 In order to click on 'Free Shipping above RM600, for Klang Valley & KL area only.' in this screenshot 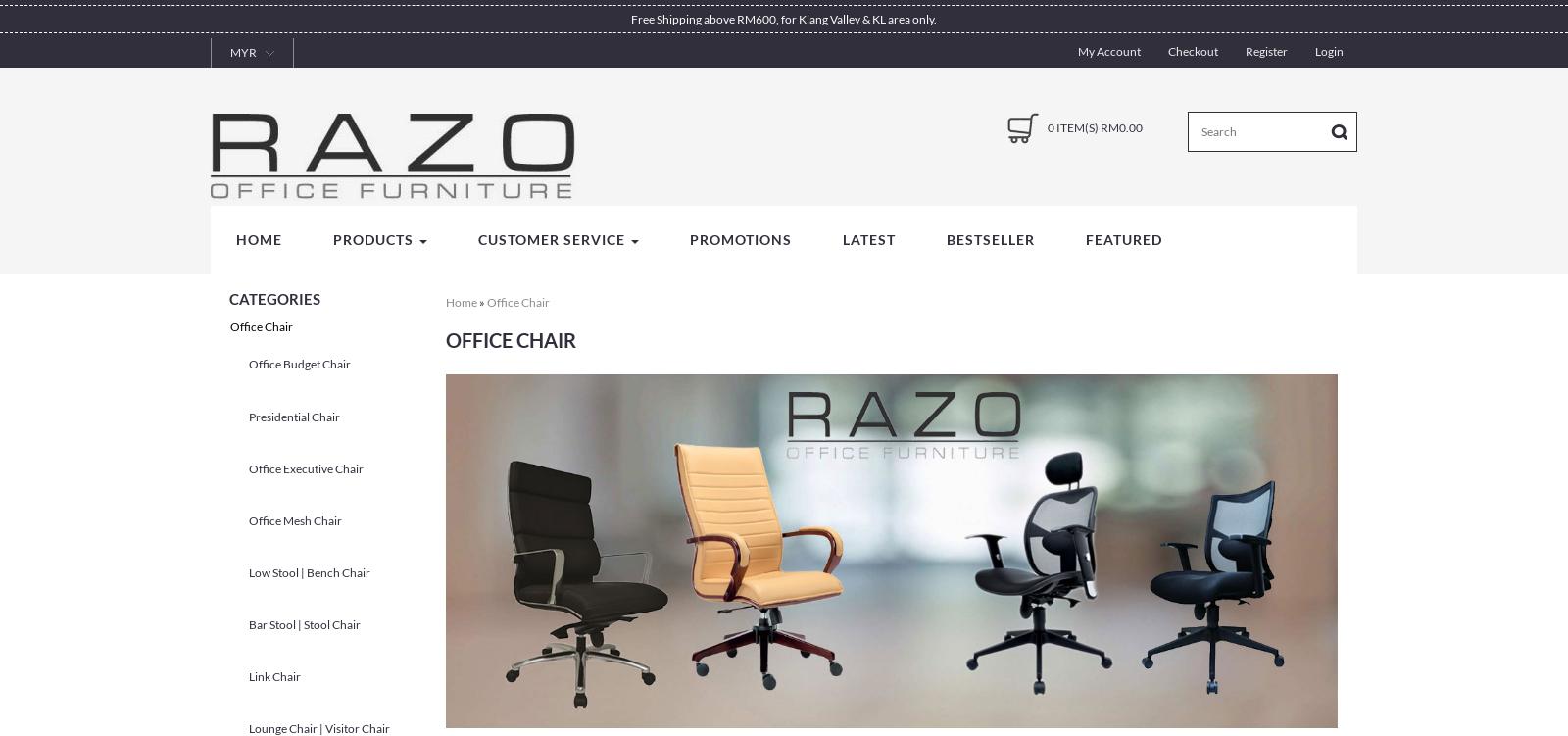, I will do `click(631, 19)`.